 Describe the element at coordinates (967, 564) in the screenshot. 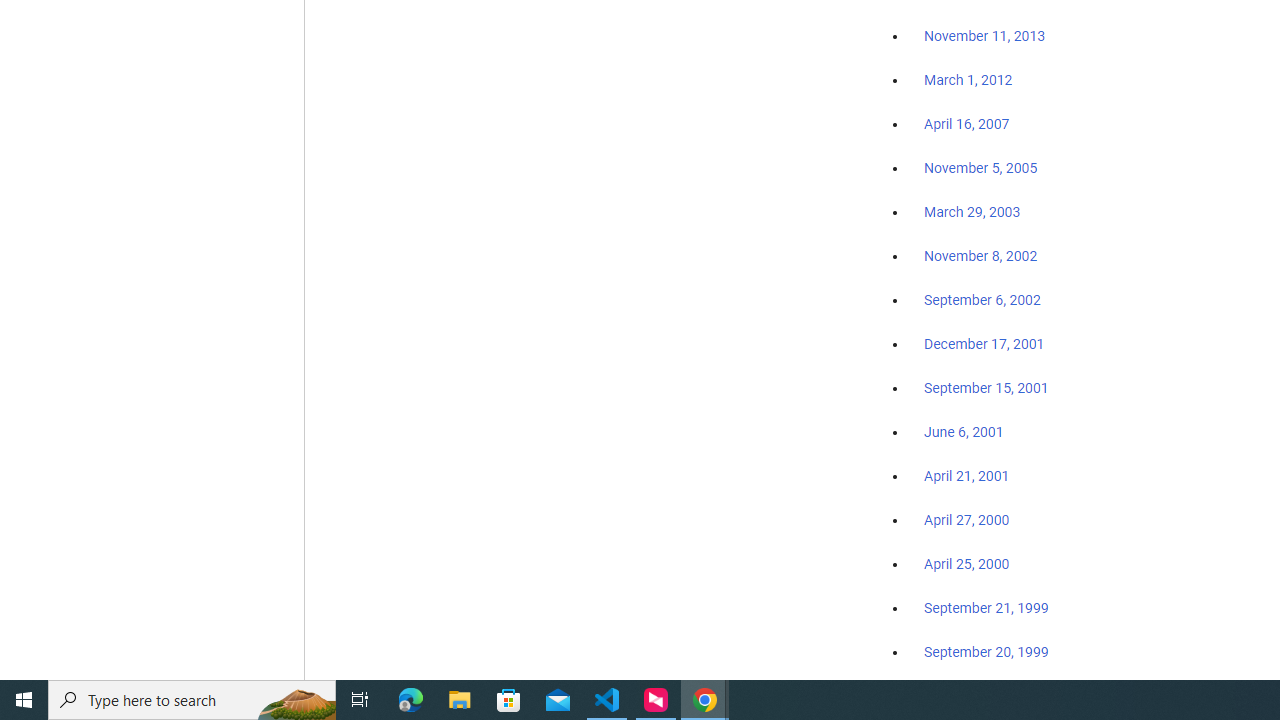

I see `'April 25, 2000'` at that location.